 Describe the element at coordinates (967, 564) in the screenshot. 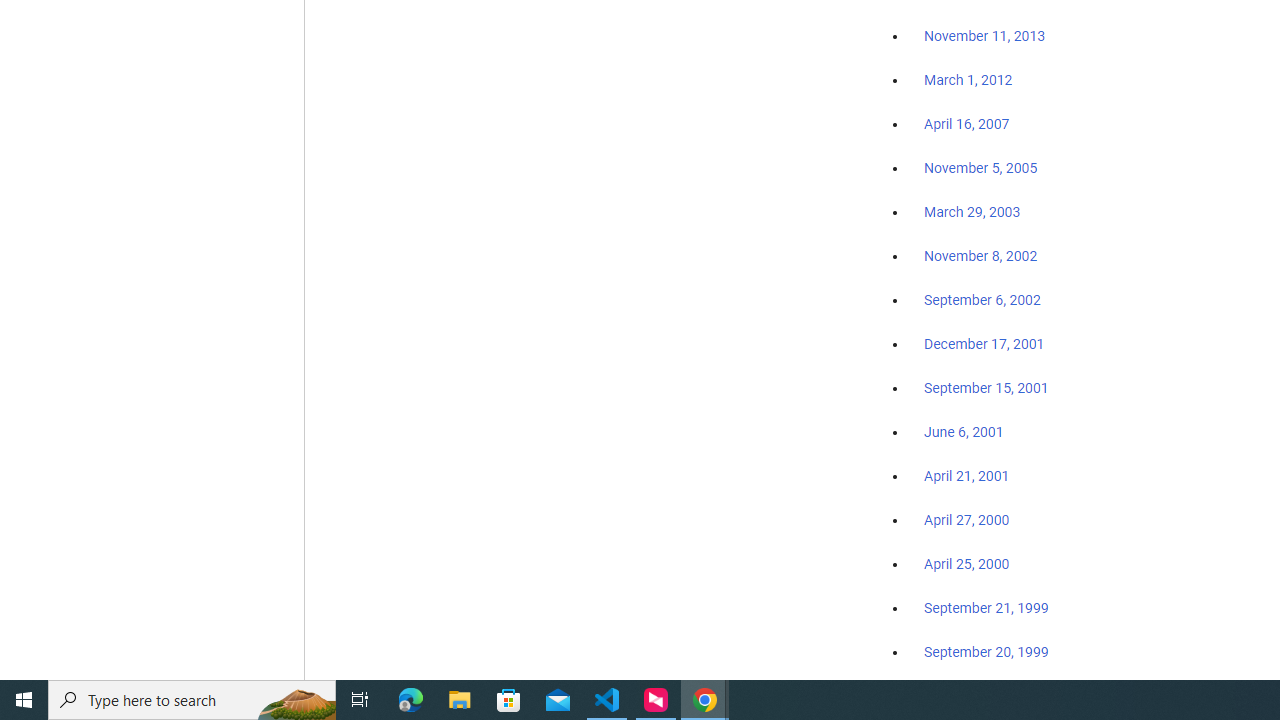

I see `'April 25, 2000'` at that location.